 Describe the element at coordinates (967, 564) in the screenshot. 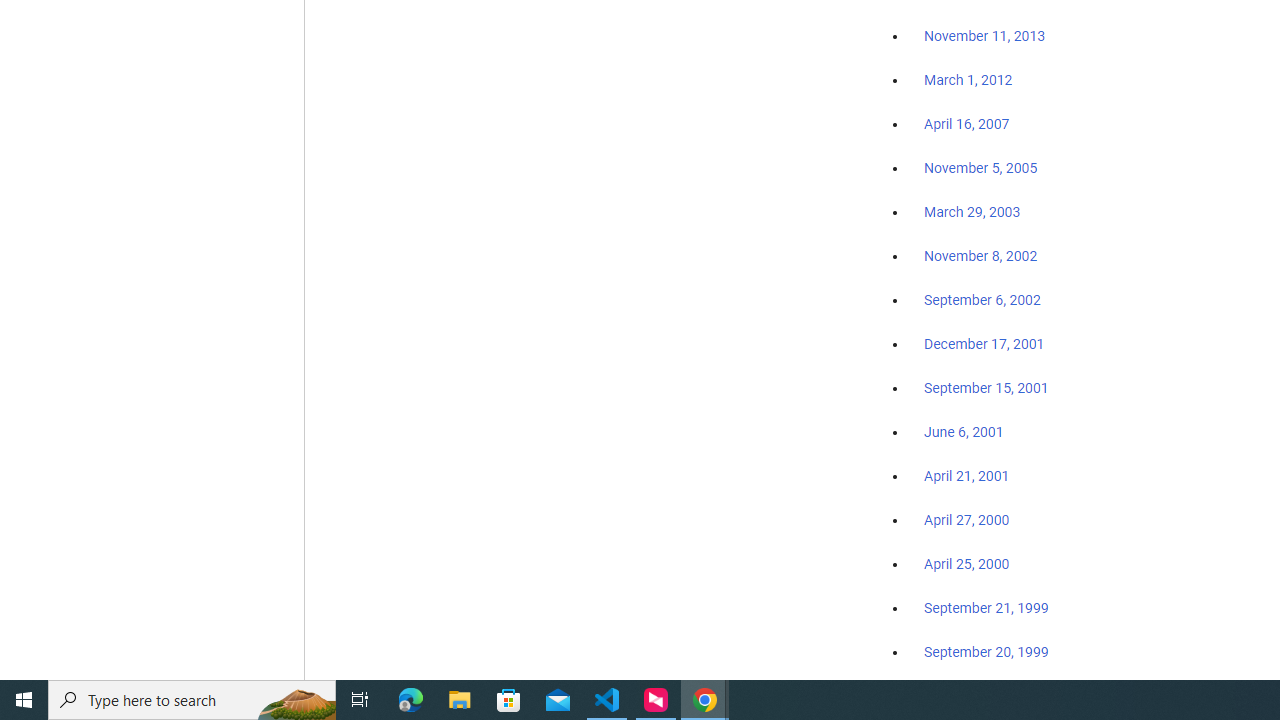

I see `'April 25, 2000'` at that location.